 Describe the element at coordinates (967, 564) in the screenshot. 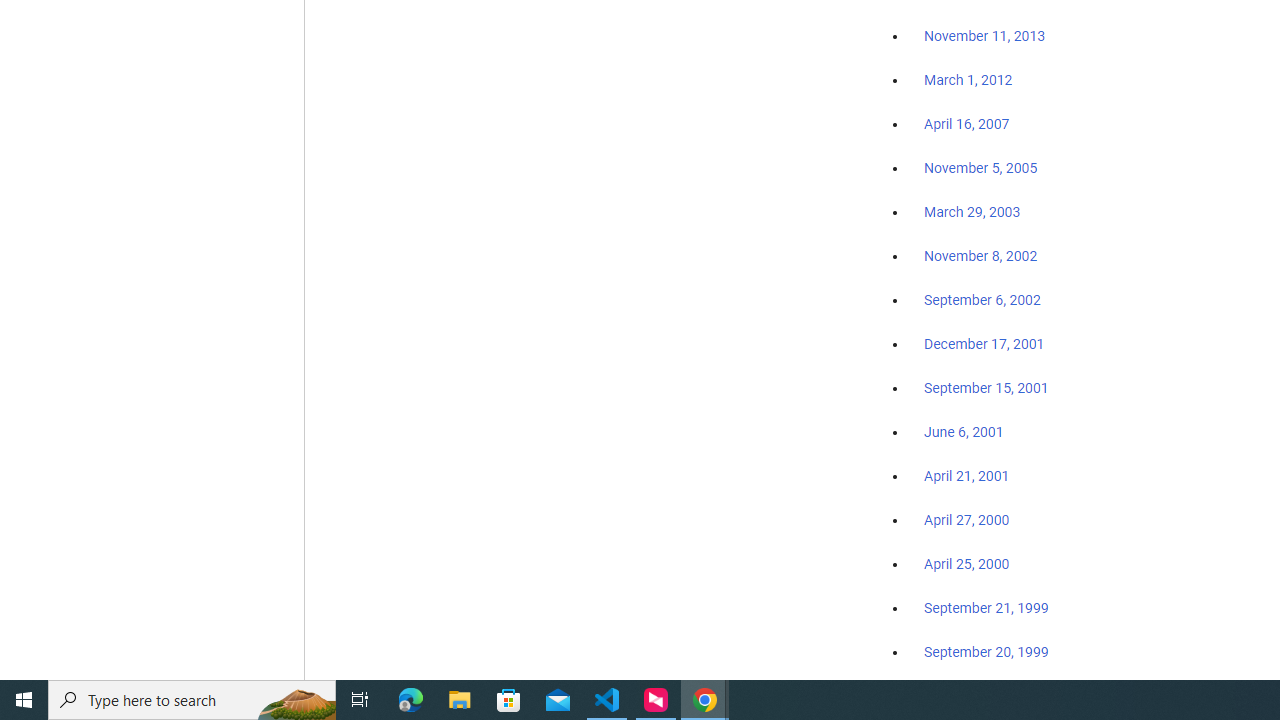

I see `'April 25, 2000'` at that location.